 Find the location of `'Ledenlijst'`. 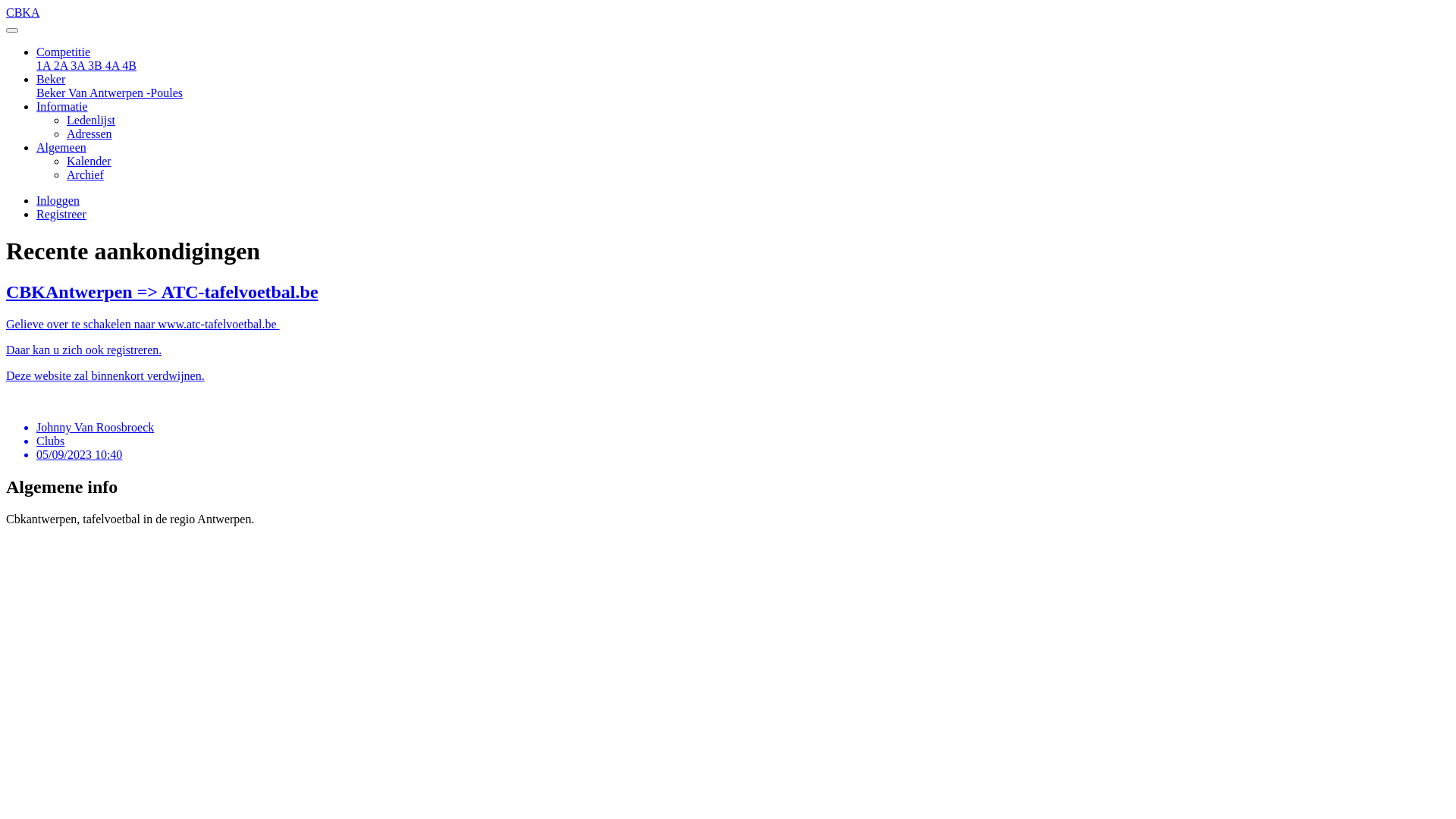

'Ledenlijst' is located at coordinates (90, 119).